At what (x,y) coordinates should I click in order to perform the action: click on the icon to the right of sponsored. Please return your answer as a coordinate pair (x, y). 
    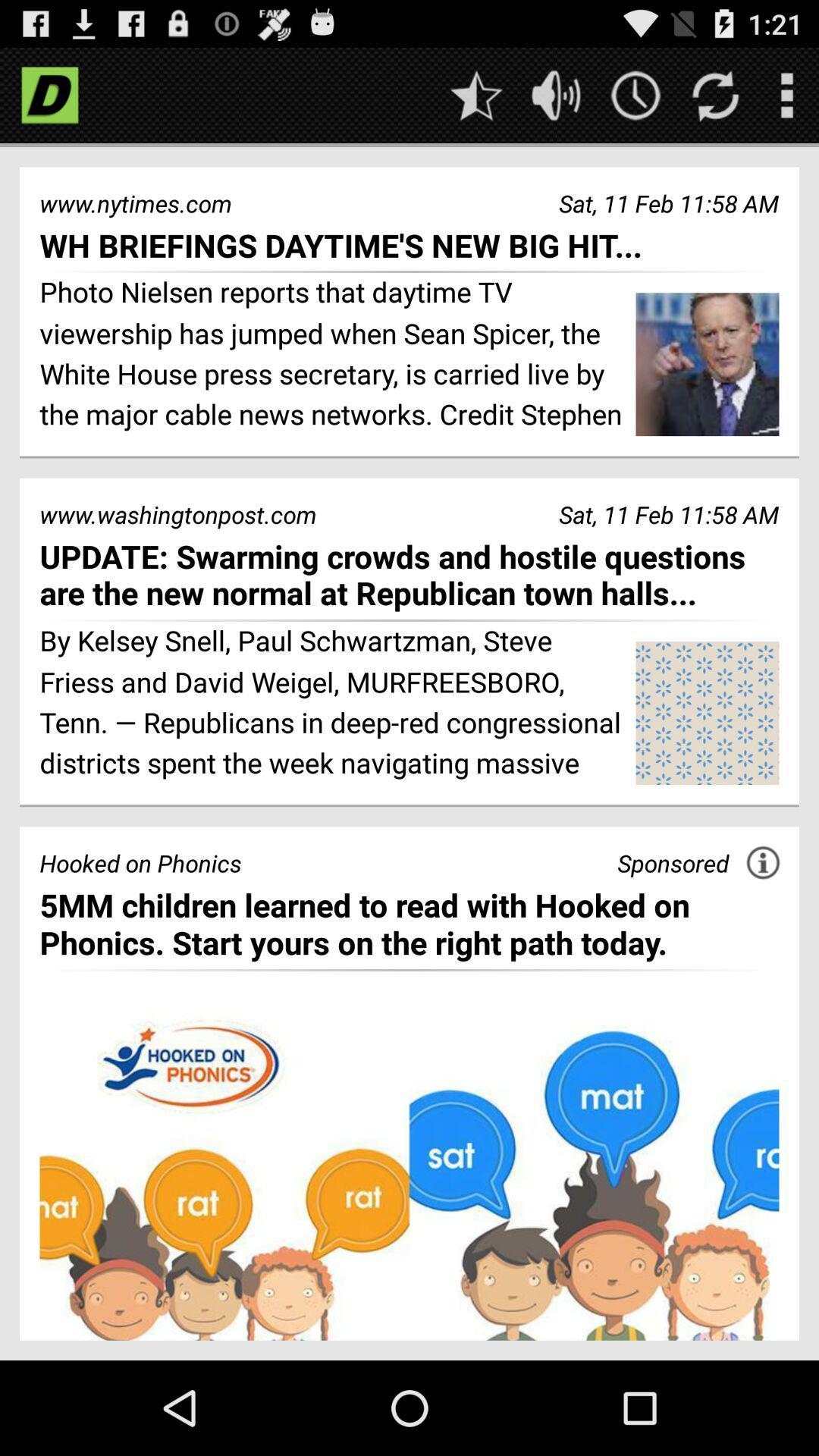
    Looking at the image, I should click on (763, 862).